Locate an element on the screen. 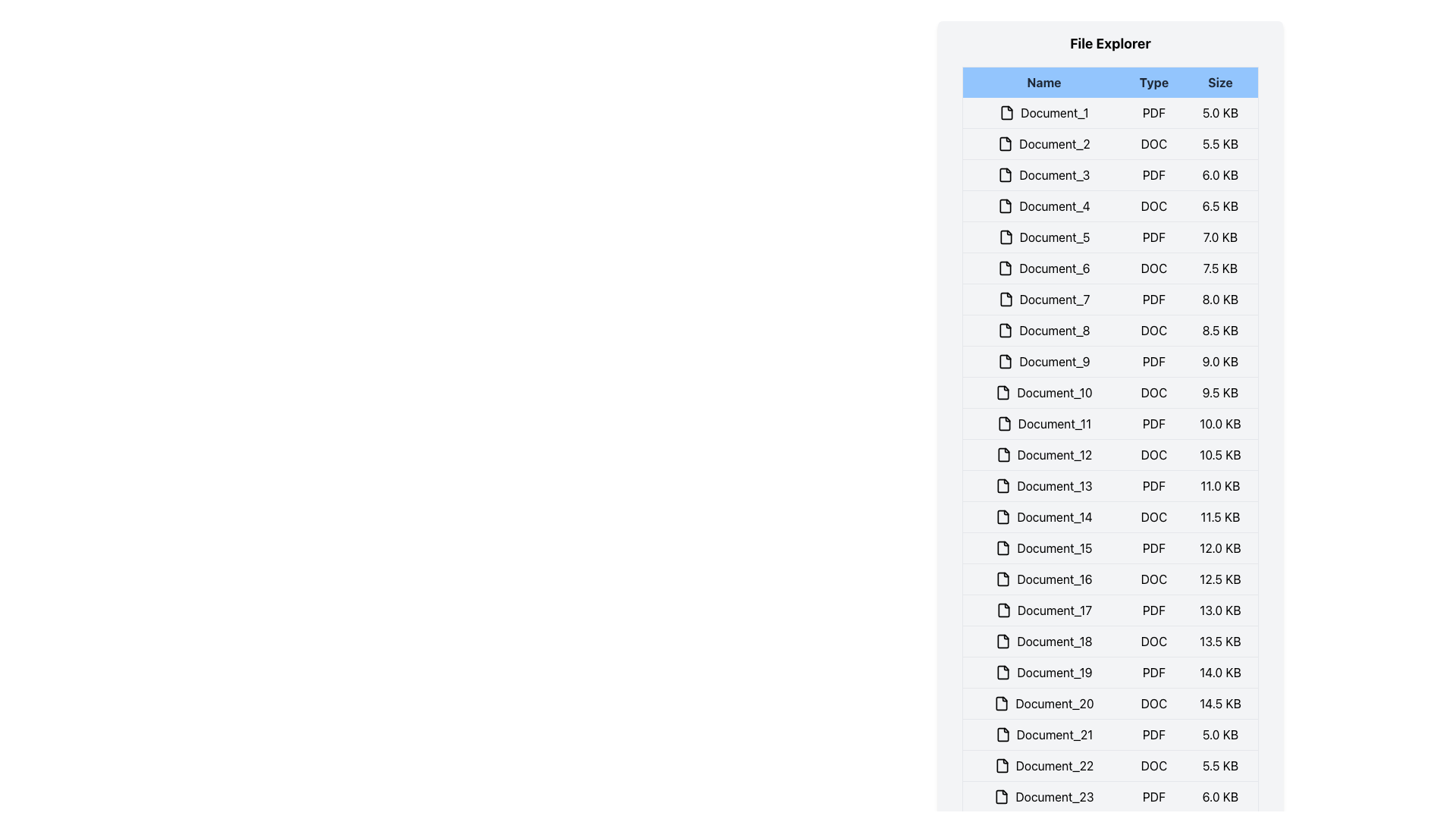  the SVG icon resembling a folded file located to the left of the text 'Document_3' within the file explorer is located at coordinates (1006, 174).